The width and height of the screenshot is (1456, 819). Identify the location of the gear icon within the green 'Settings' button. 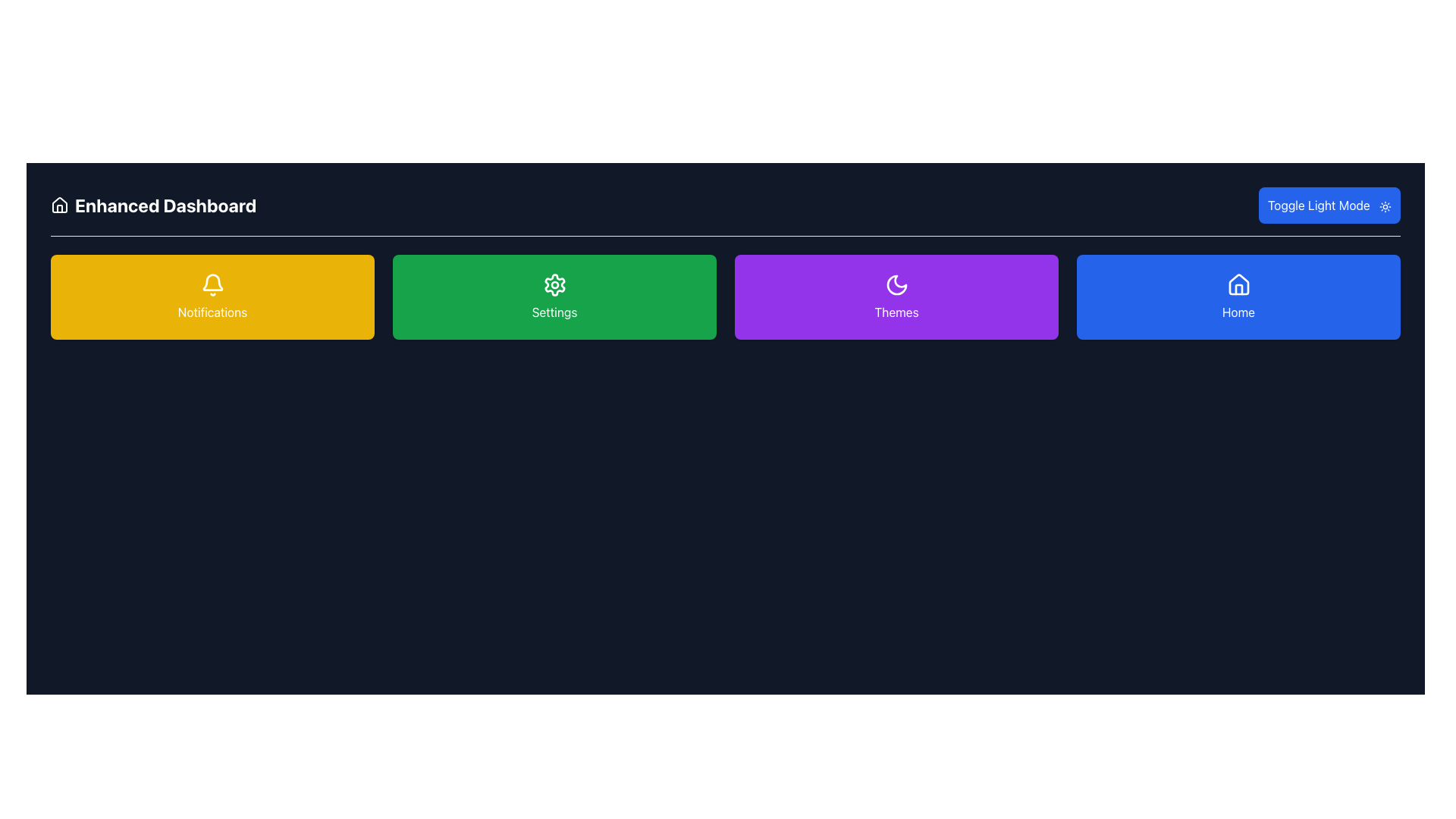
(554, 284).